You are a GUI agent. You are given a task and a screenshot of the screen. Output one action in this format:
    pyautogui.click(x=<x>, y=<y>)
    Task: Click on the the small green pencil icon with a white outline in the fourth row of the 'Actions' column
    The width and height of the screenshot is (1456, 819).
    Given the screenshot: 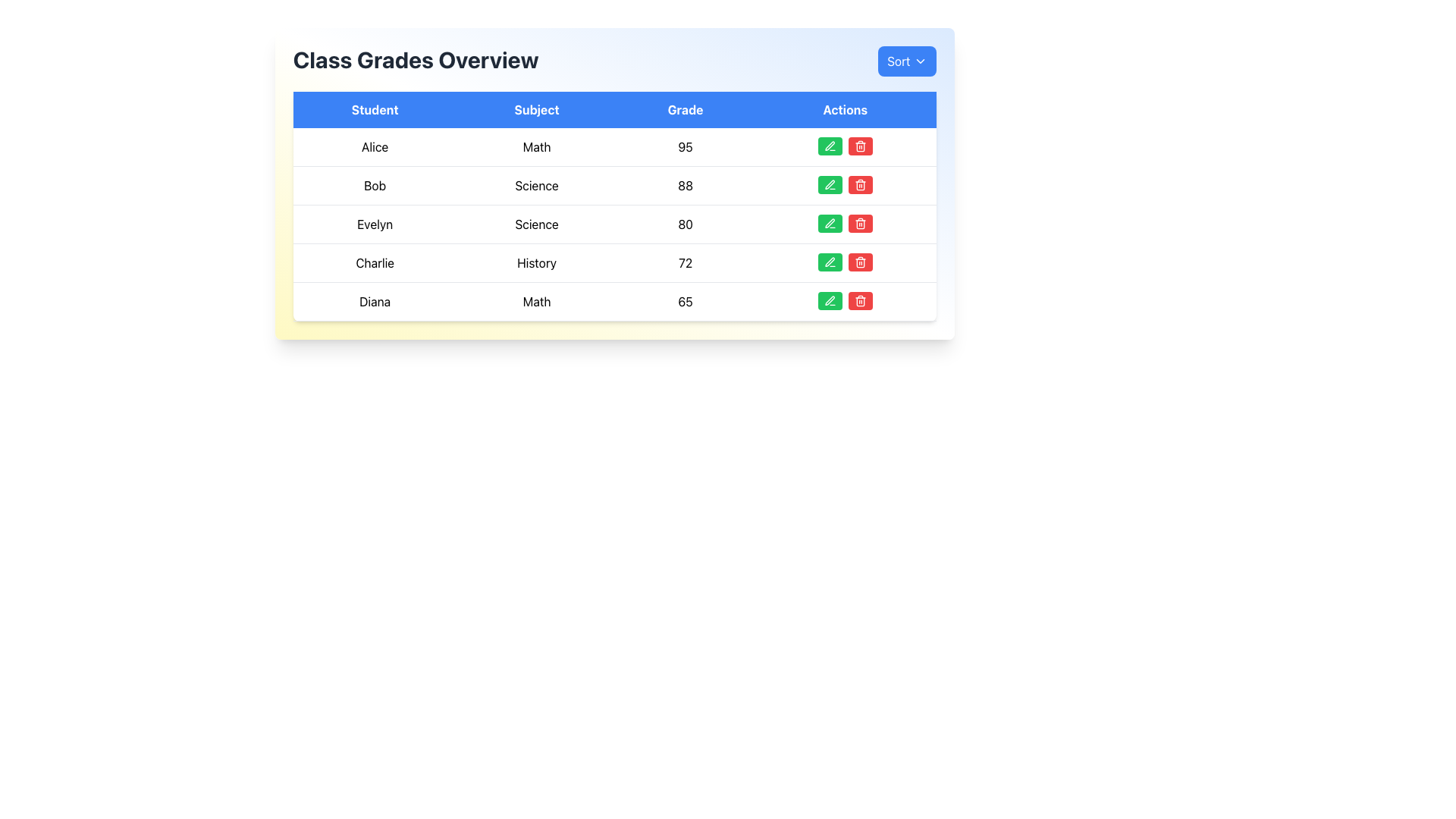 What is the action you would take?
    pyautogui.click(x=829, y=184)
    